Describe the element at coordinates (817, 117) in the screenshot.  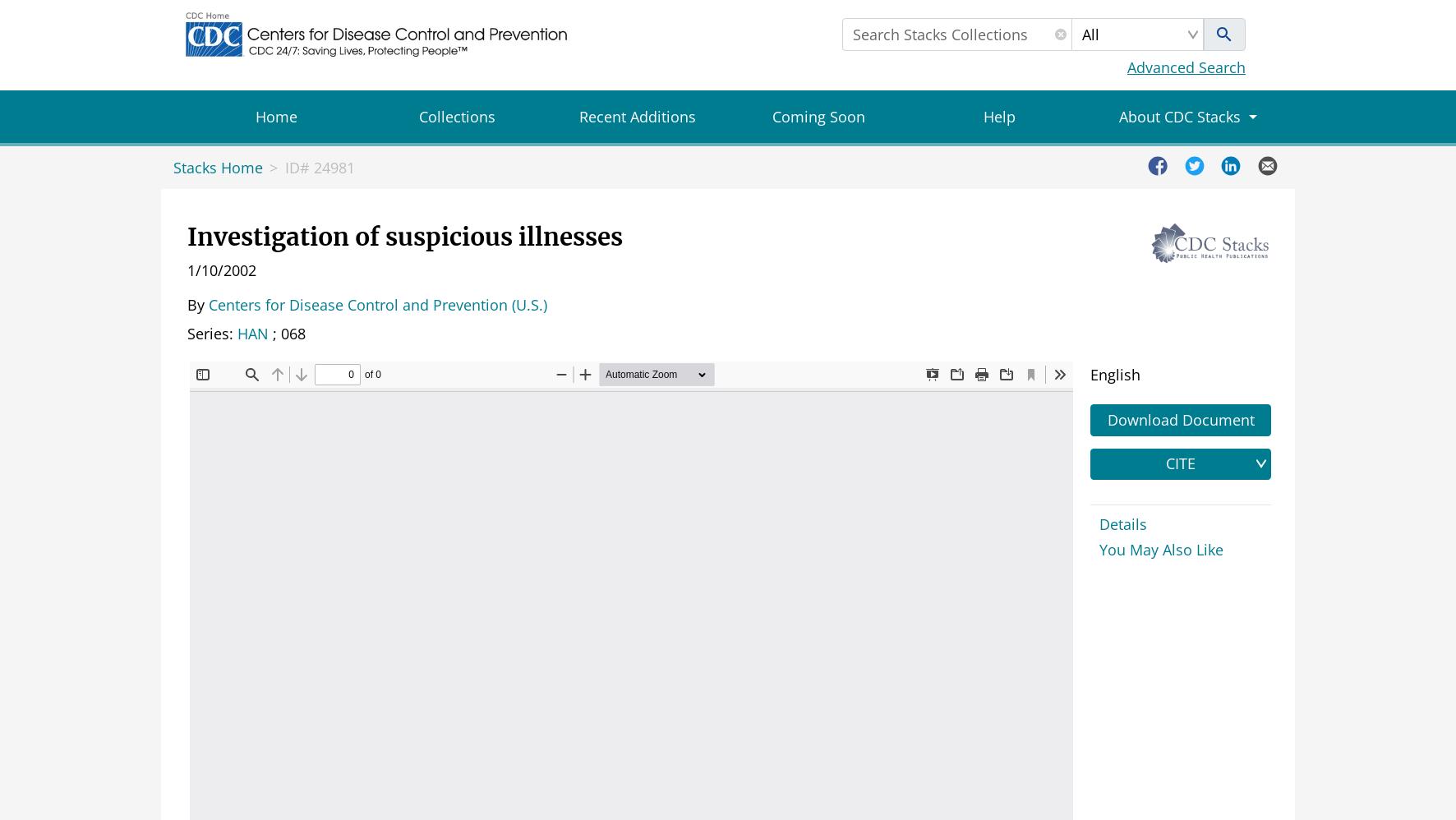
I see `'Coming Soon'` at that location.